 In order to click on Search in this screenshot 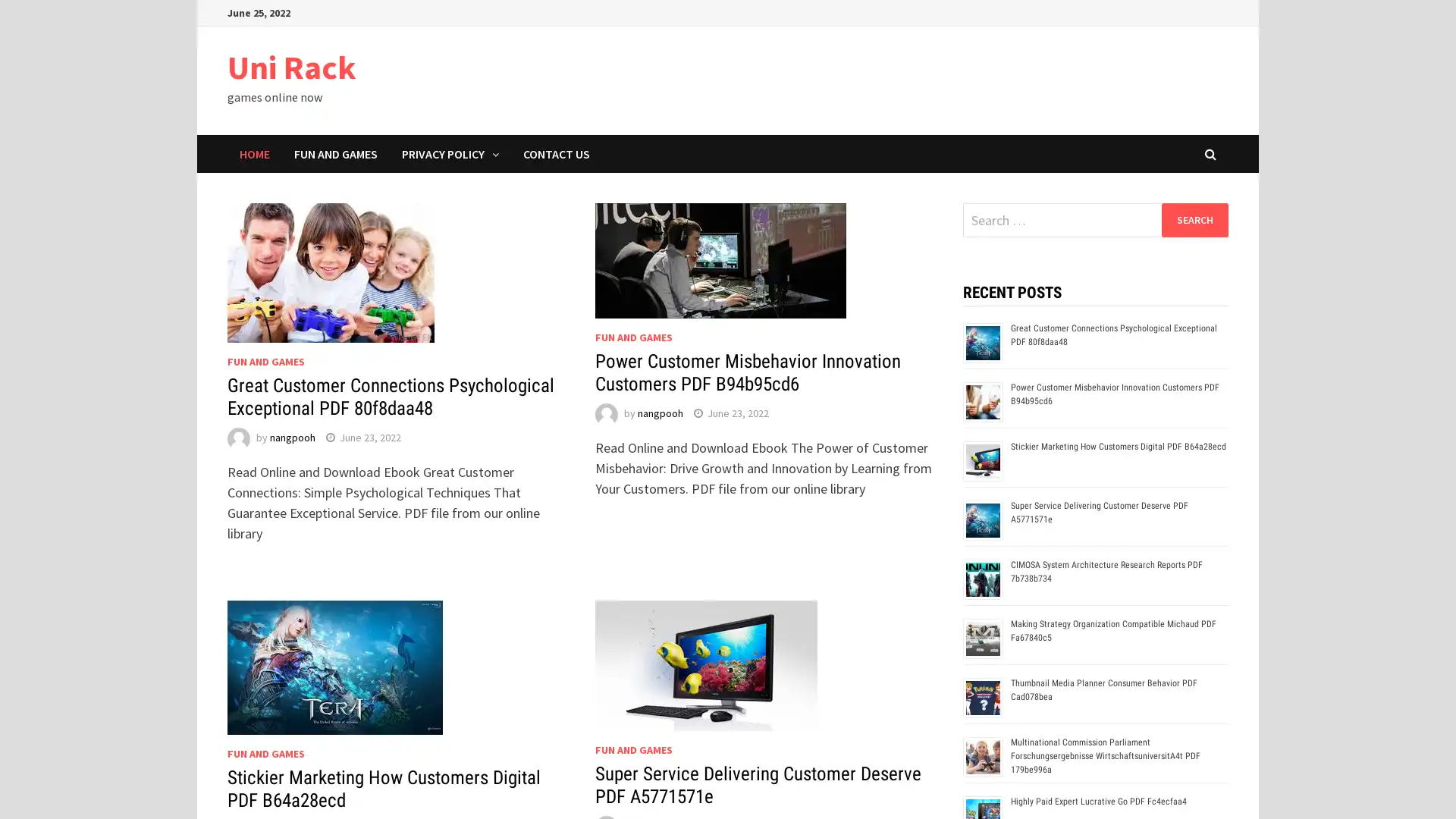, I will do `click(1194, 219)`.